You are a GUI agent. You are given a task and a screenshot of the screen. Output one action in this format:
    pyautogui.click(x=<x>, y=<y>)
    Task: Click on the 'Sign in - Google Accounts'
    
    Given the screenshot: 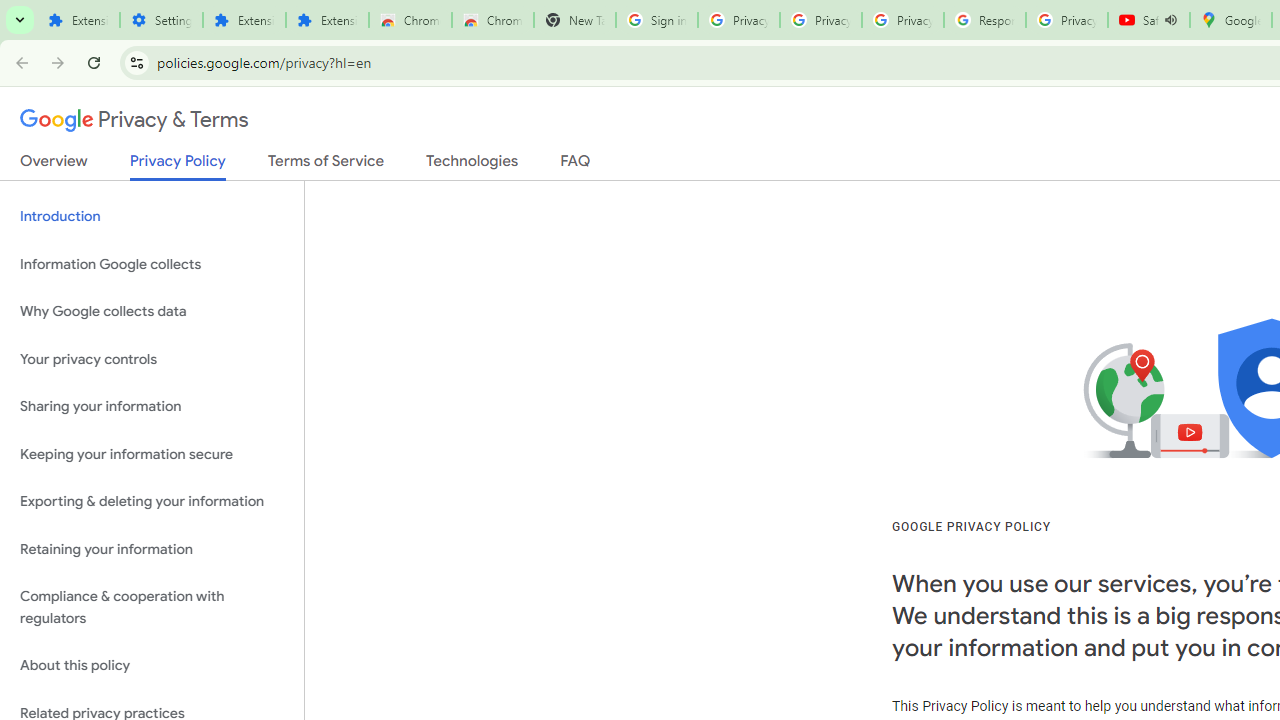 What is the action you would take?
    pyautogui.click(x=656, y=20)
    